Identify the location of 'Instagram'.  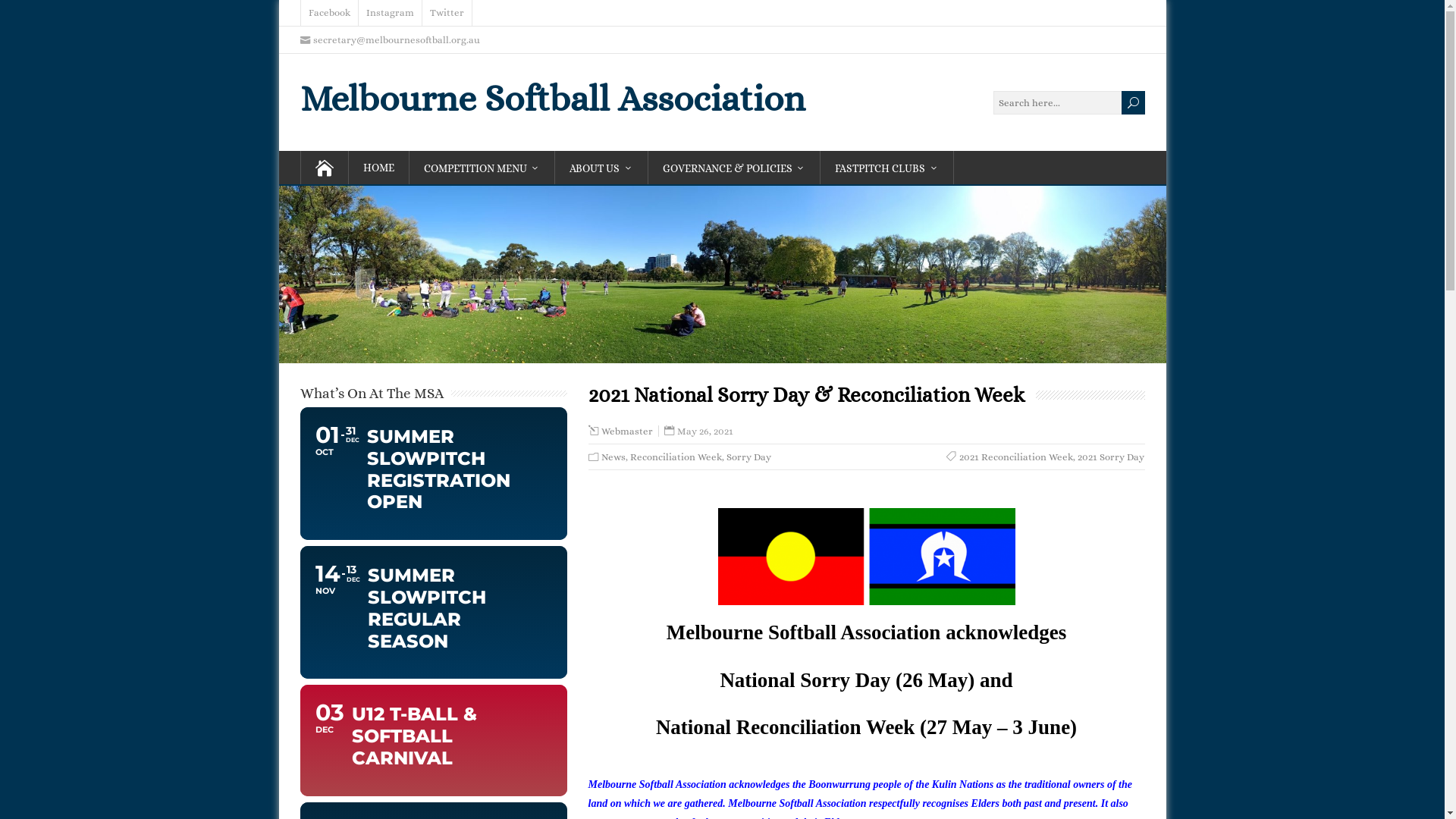
(389, 12).